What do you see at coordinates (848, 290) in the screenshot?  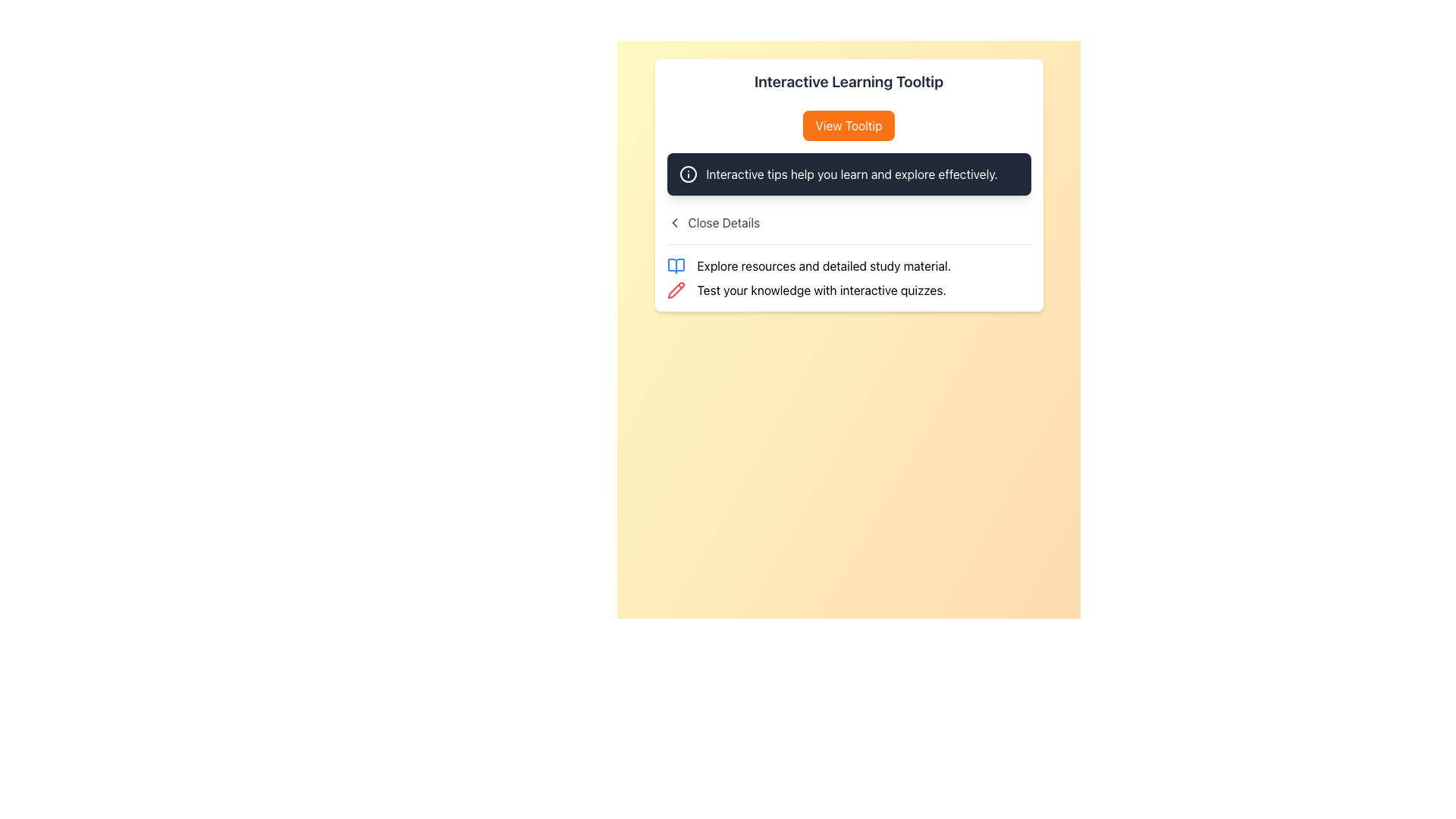 I see `descriptive text section that includes the red pencil icon next to the text 'Test your knowledge with interactive quizzes.'` at bounding box center [848, 290].